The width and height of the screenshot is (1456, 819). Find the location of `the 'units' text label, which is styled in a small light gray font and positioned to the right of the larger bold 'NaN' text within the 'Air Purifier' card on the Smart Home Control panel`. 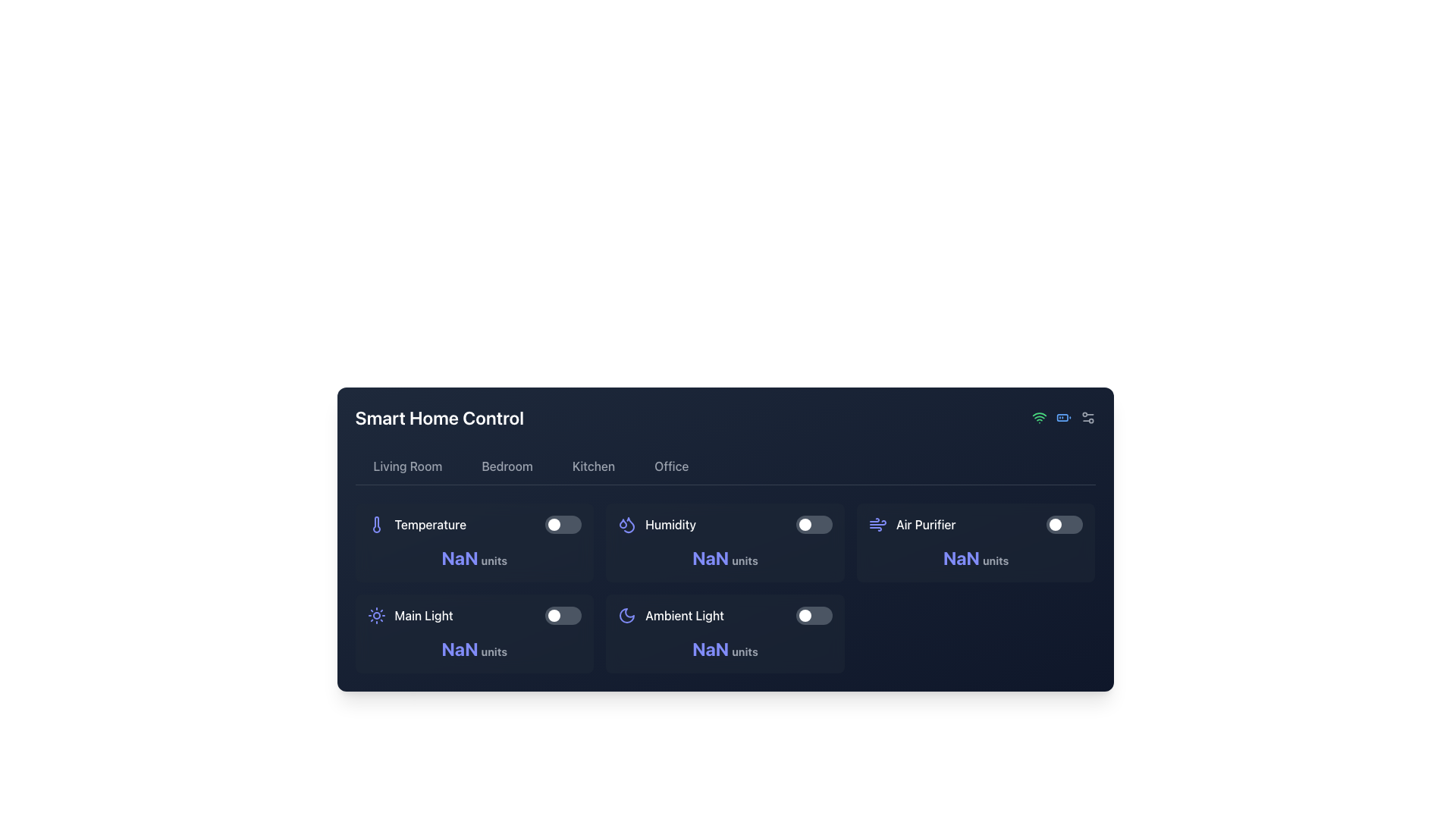

the 'units' text label, which is styled in a small light gray font and positioned to the right of the larger bold 'NaN' text within the 'Air Purifier' card on the Smart Home Control panel is located at coordinates (996, 560).